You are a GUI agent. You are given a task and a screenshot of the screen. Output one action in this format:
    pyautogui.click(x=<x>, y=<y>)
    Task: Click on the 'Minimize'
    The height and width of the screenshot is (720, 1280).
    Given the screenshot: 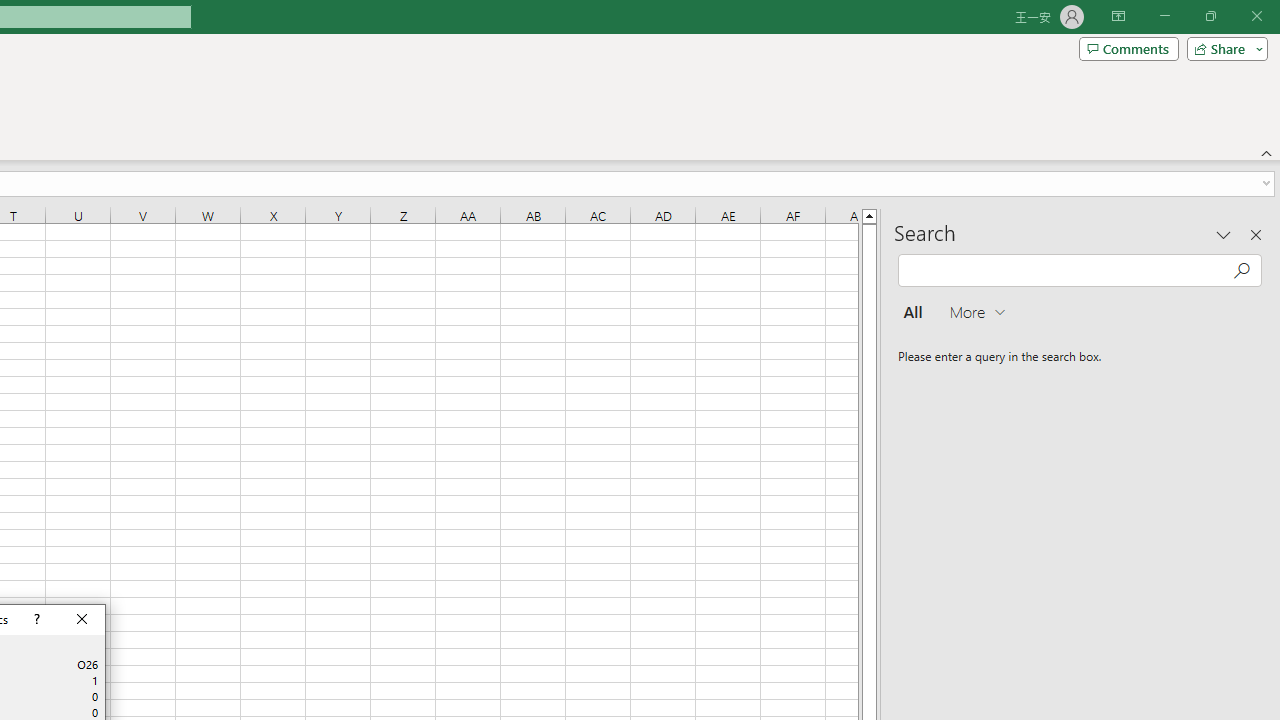 What is the action you would take?
    pyautogui.click(x=1164, y=16)
    